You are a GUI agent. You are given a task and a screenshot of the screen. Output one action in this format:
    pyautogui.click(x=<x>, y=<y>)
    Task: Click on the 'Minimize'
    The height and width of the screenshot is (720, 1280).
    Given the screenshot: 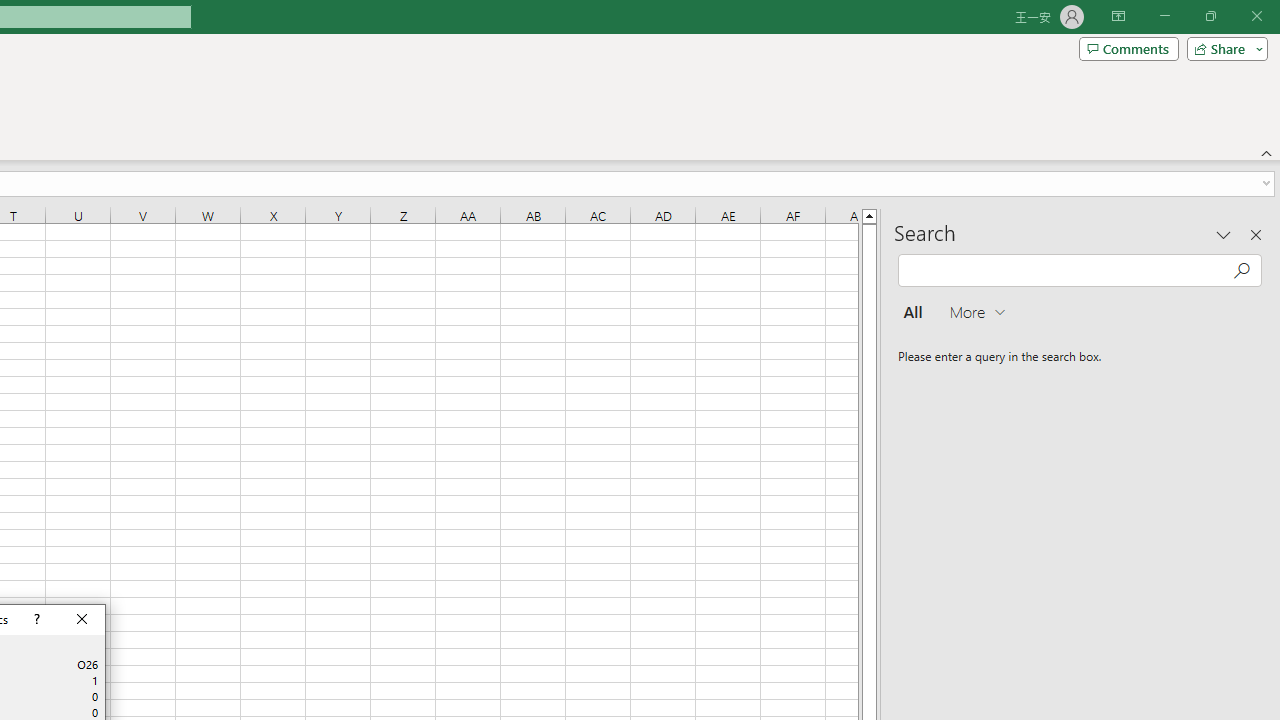 What is the action you would take?
    pyautogui.click(x=1164, y=16)
    